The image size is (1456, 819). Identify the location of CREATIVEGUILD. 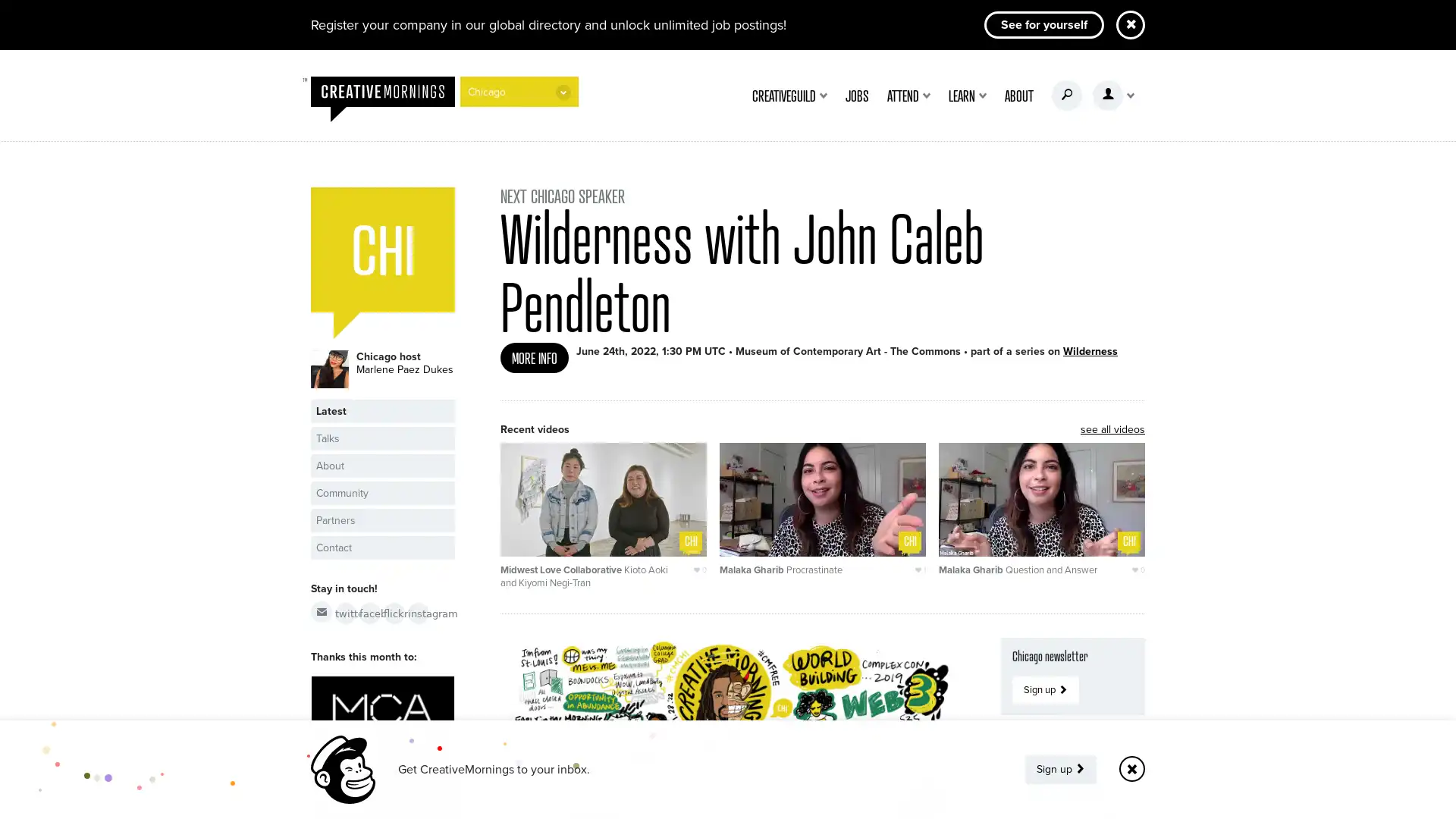
(789, 96).